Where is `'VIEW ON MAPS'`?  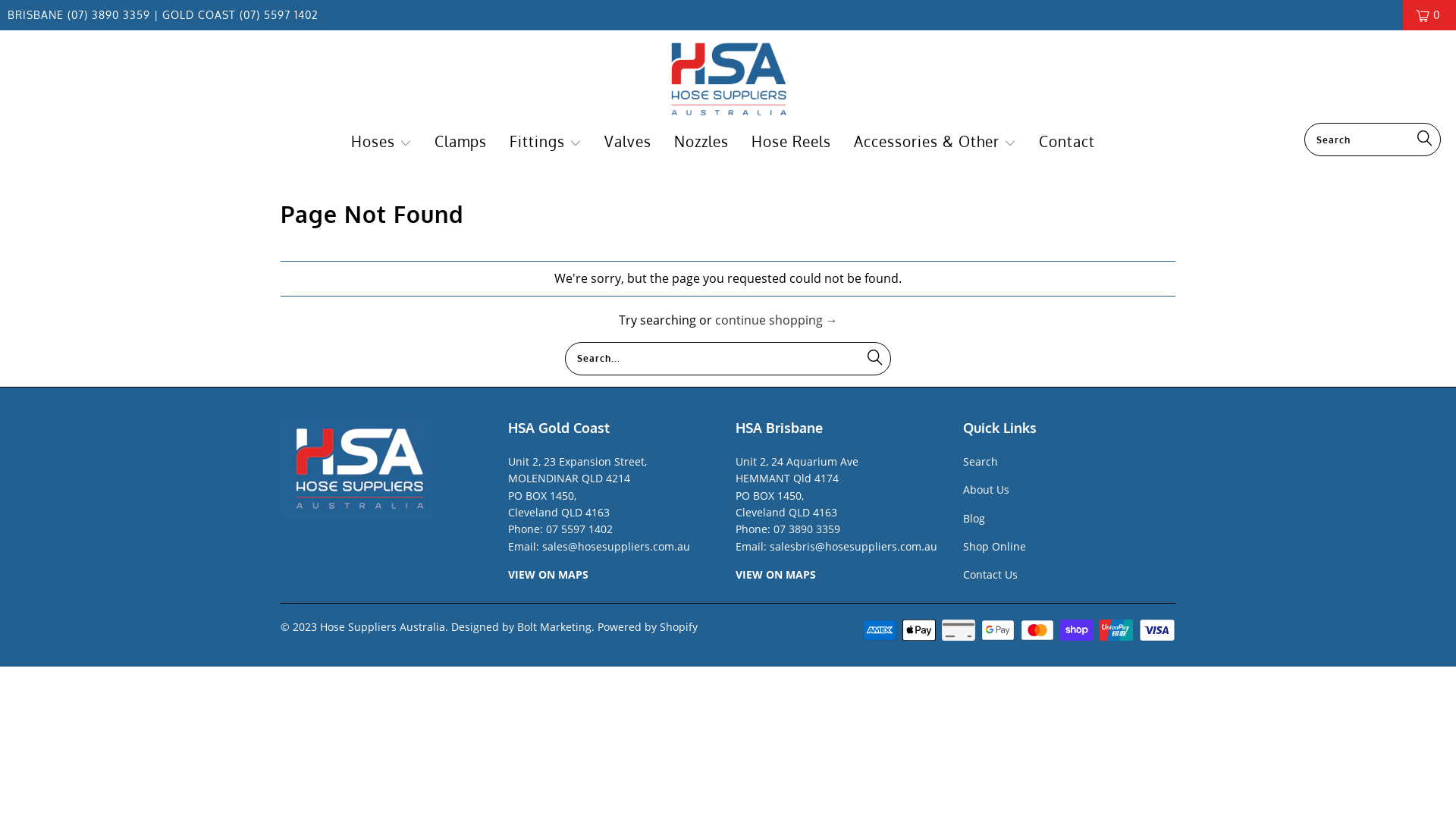 'VIEW ON MAPS' is located at coordinates (548, 574).